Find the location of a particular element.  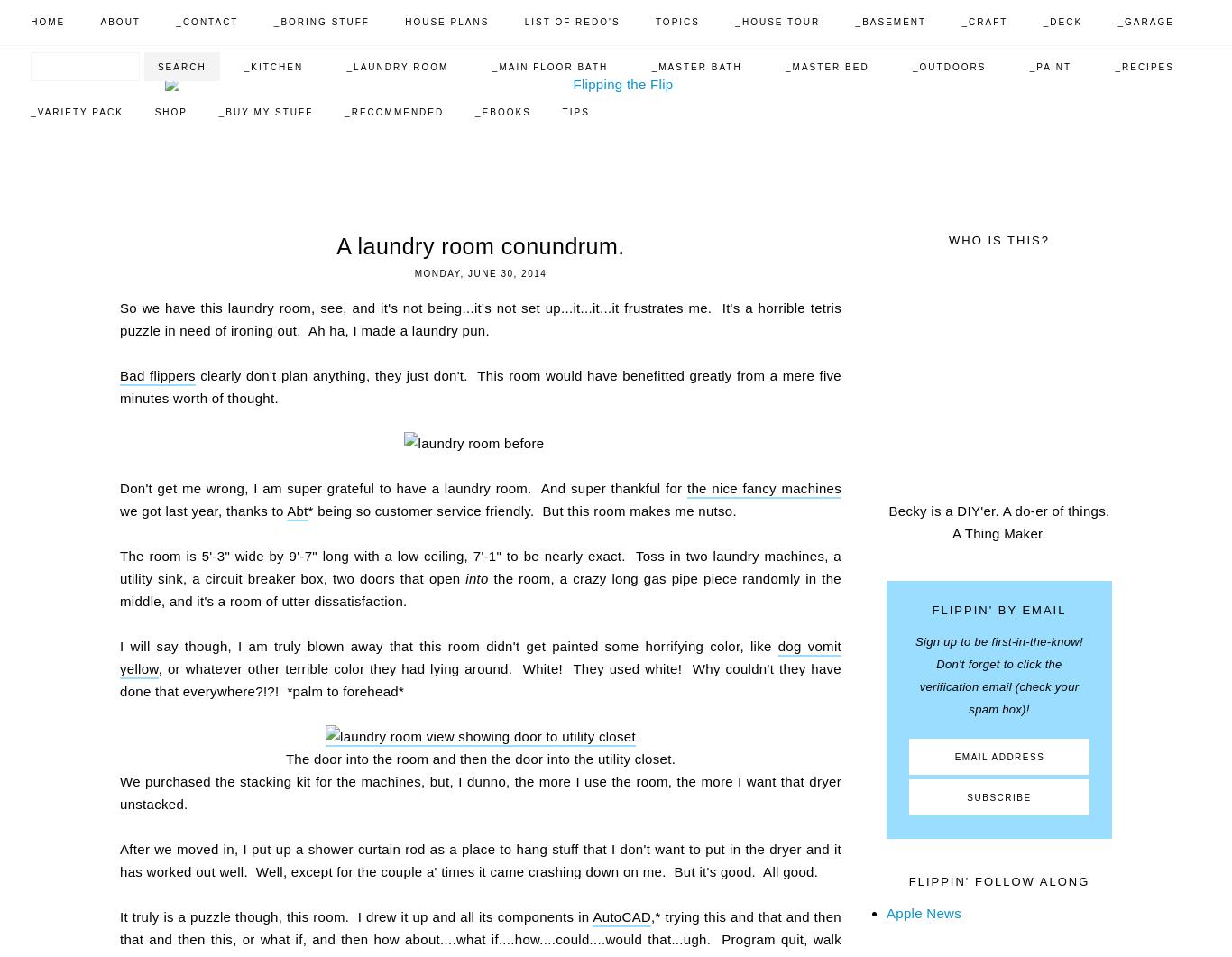

'Flippin' Follow Along' is located at coordinates (998, 880).